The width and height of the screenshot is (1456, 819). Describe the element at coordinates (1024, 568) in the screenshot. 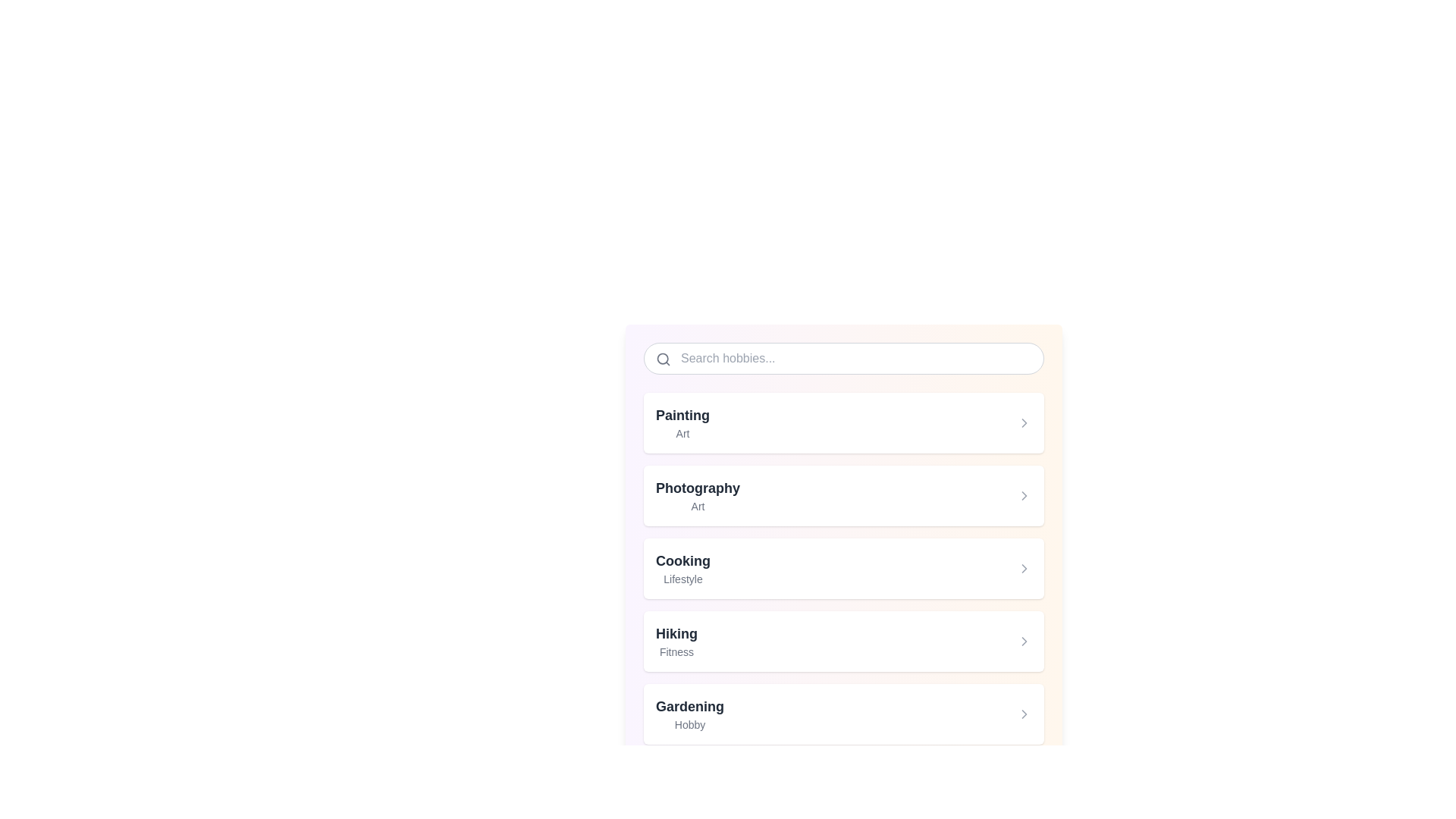

I see `the chevron icon at the bottom of the 'Cooking' card` at that location.